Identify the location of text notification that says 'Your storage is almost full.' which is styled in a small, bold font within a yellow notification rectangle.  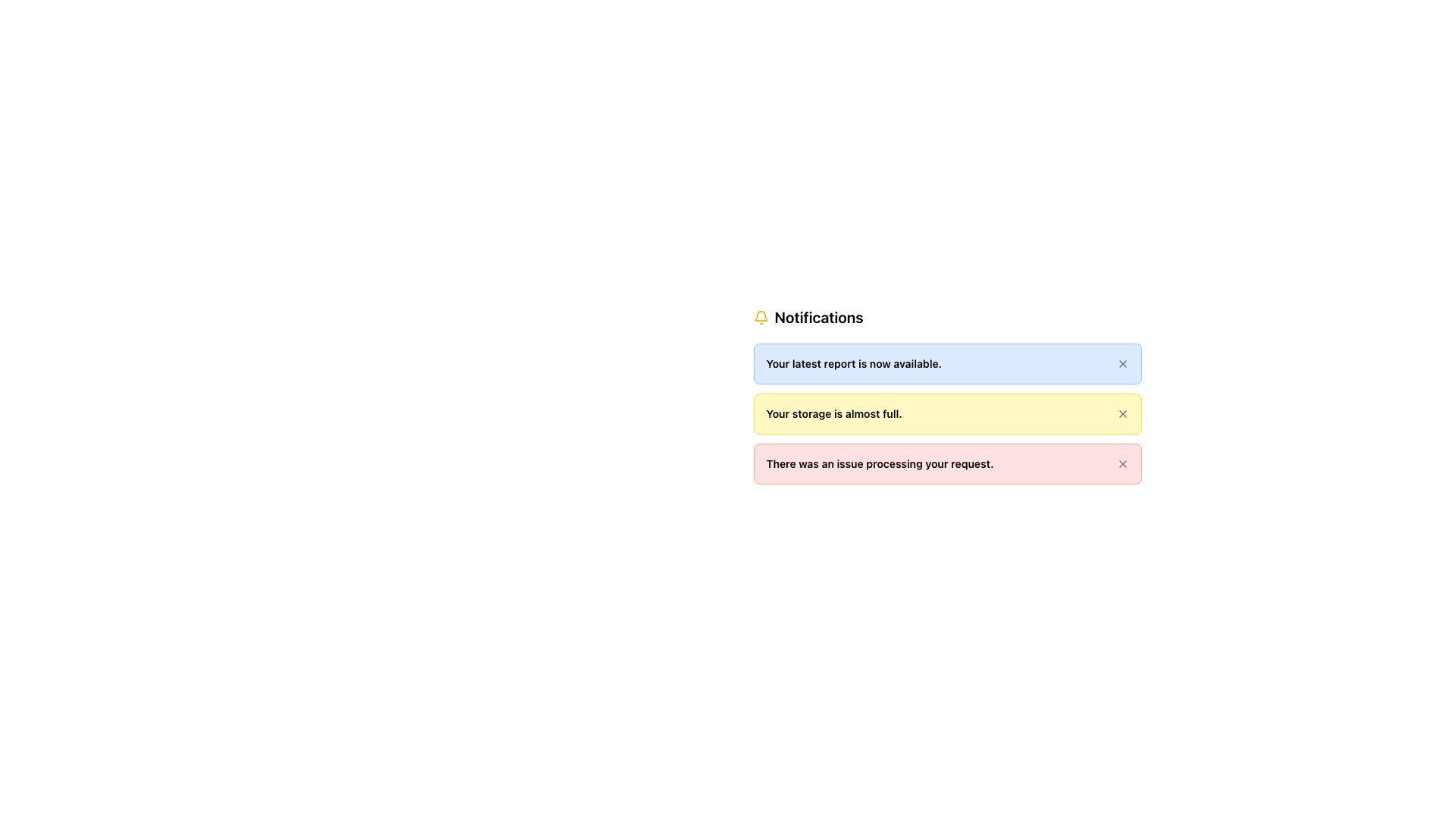
(833, 414).